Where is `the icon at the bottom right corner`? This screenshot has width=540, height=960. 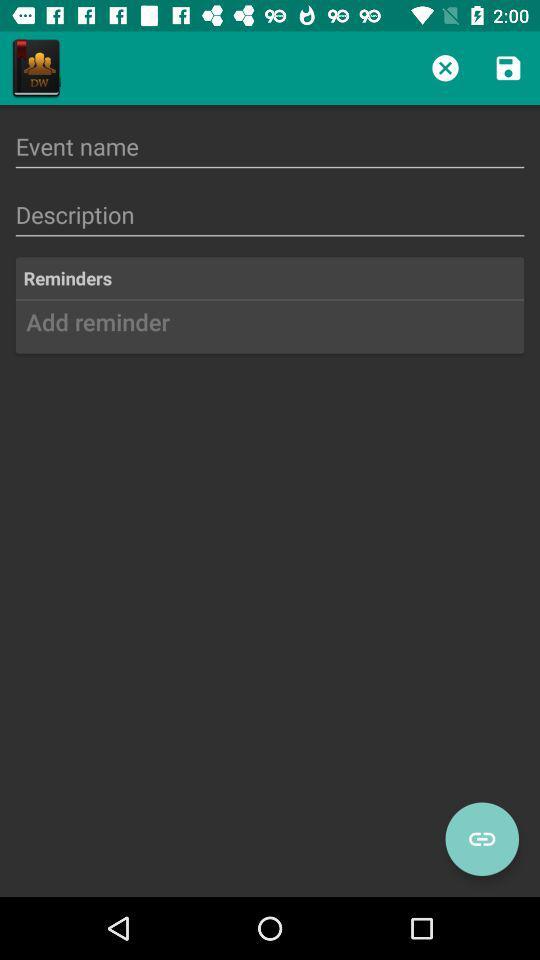
the icon at the bottom right corner is located at coordinates (481, 839).